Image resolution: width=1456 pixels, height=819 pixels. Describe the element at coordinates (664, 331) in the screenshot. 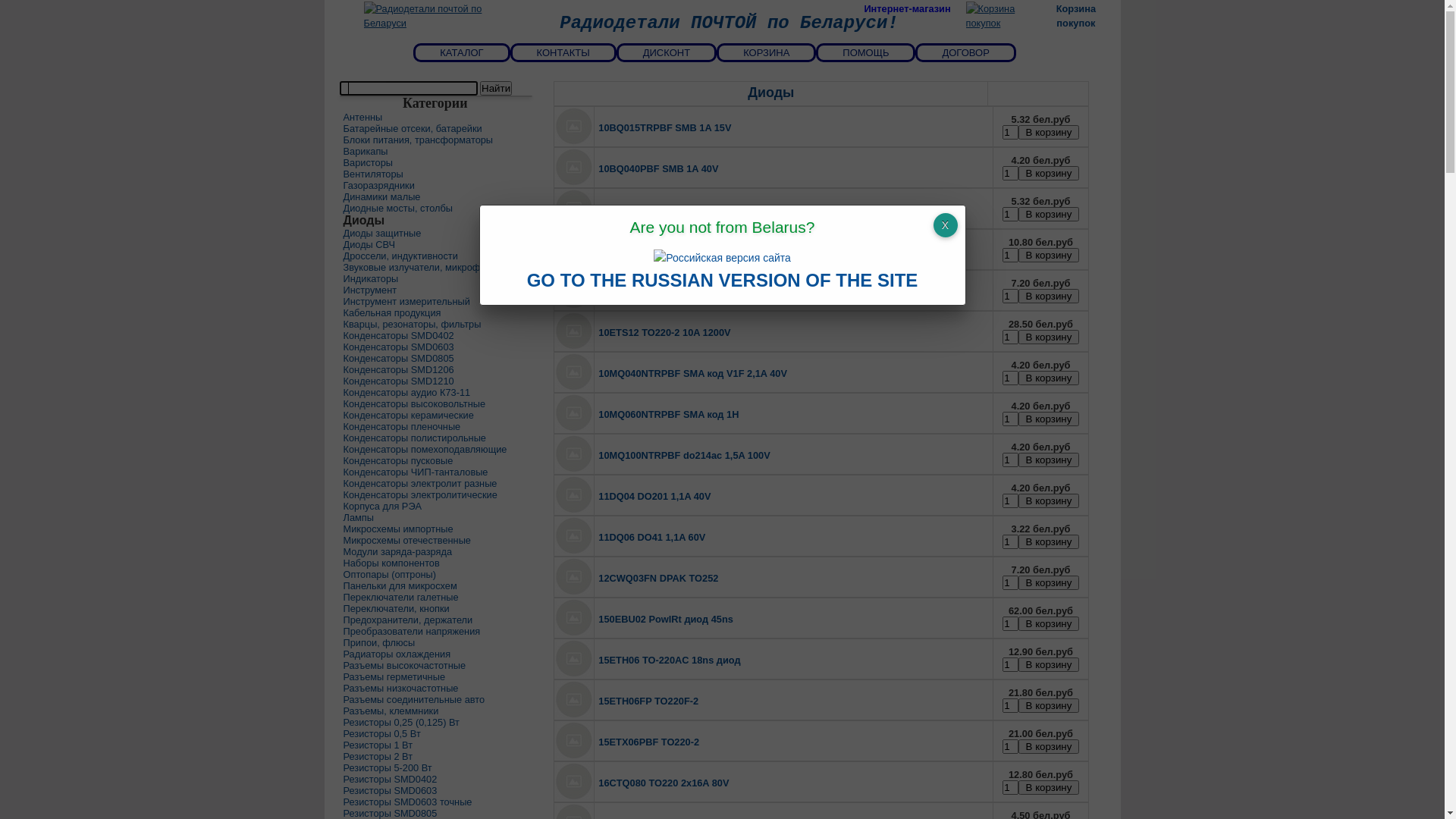

I see `'10ETS12 TO220-2 10A 1200V'` at that location.